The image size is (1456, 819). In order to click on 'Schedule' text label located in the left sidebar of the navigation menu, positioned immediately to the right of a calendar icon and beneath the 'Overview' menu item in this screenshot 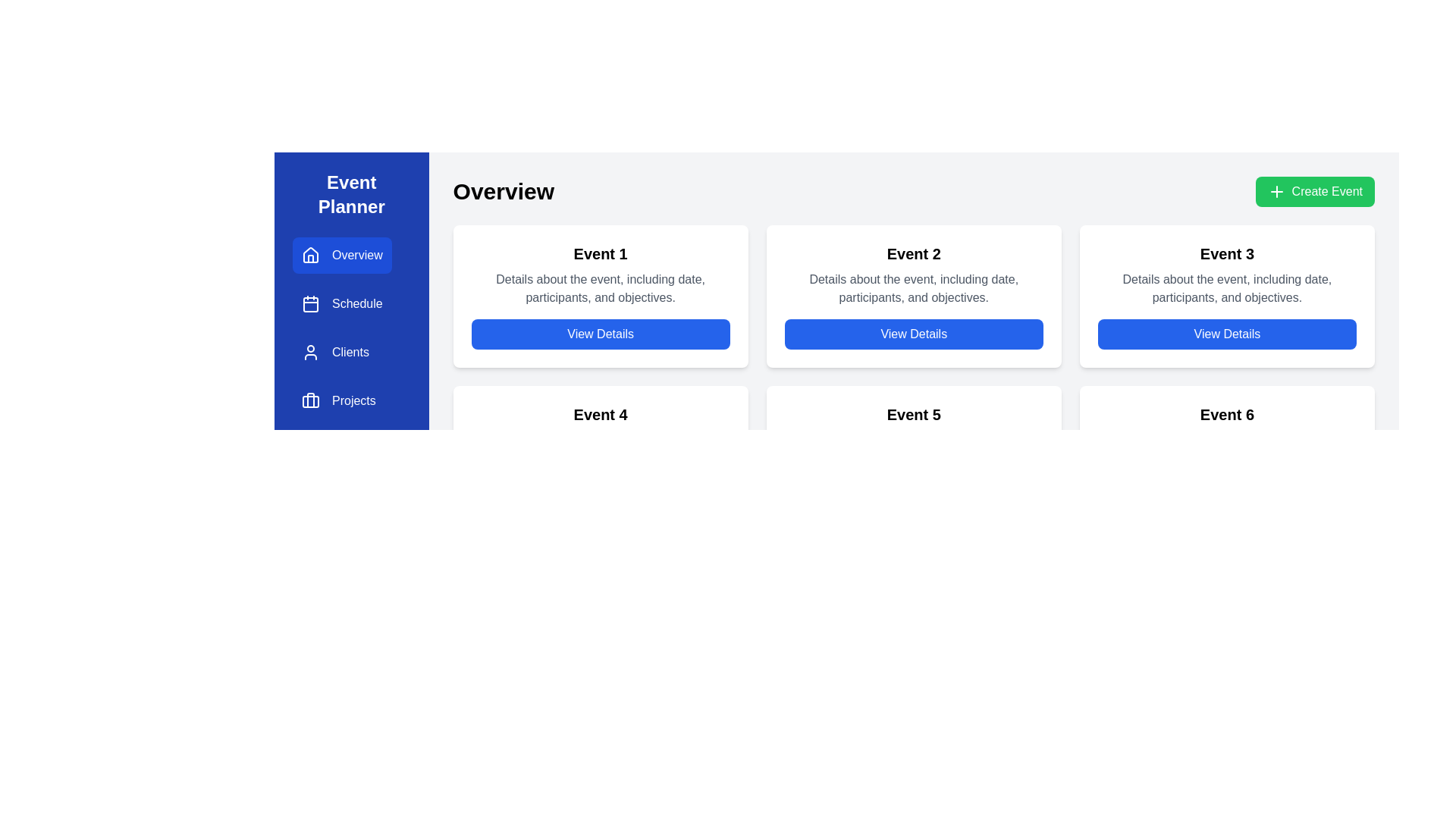, I will do `click(356, 304)`.